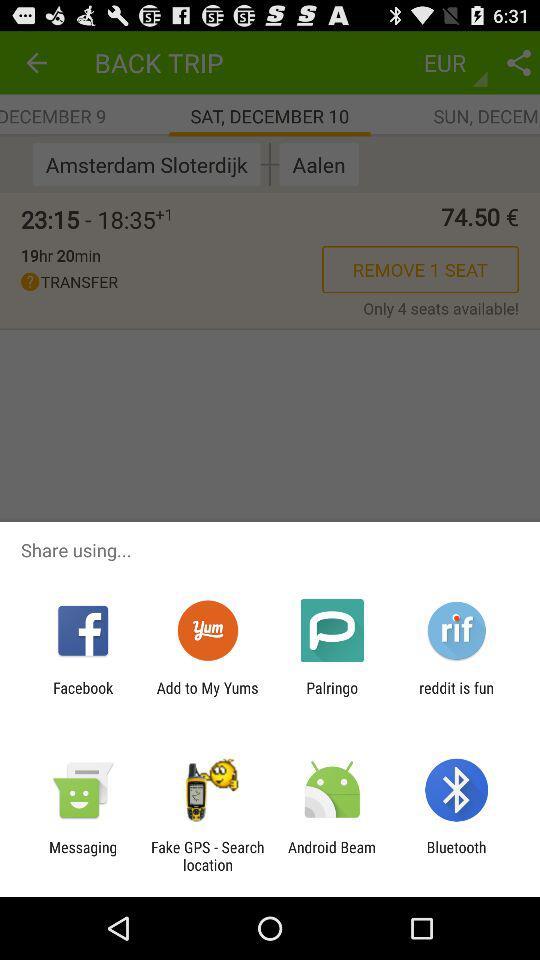 This screenshot has width=540, height=960. Describe the element at coordinates (82, 855) in the screenshot. I see `messaging` at that location.